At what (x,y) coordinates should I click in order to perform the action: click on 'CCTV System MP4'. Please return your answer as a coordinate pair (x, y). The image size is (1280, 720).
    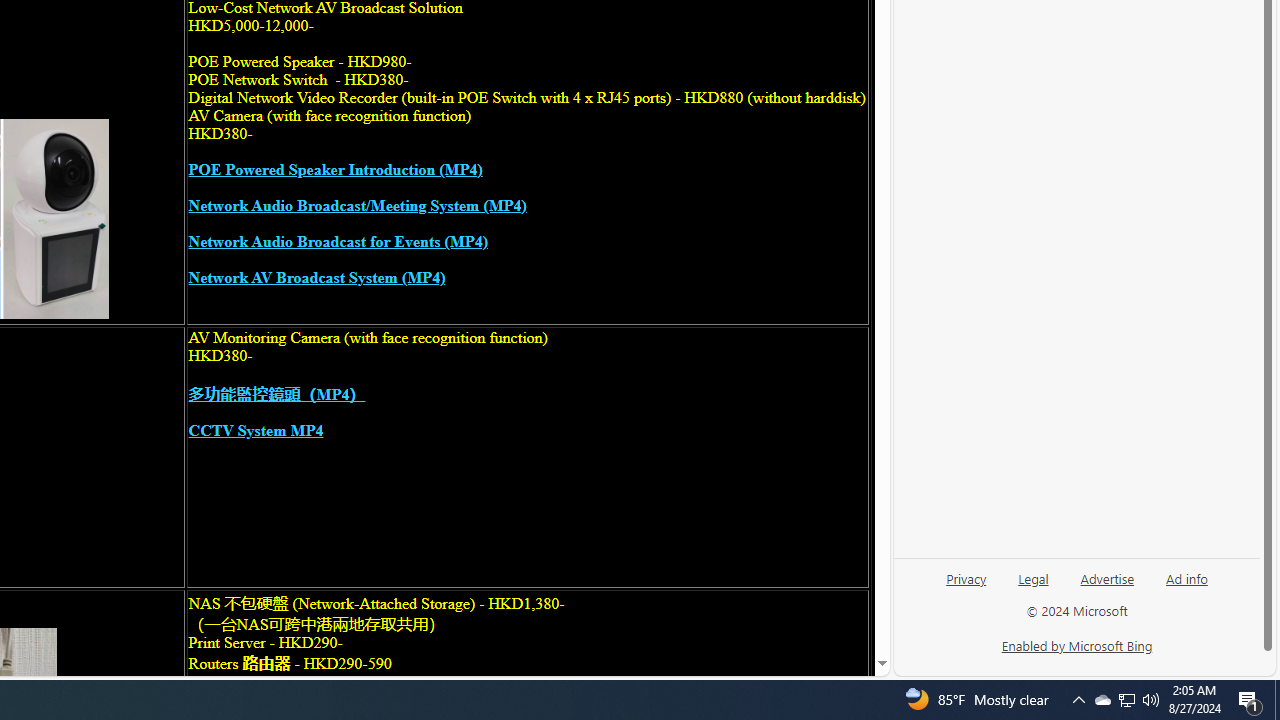
    Looking at the image, I should click on (255, 429).